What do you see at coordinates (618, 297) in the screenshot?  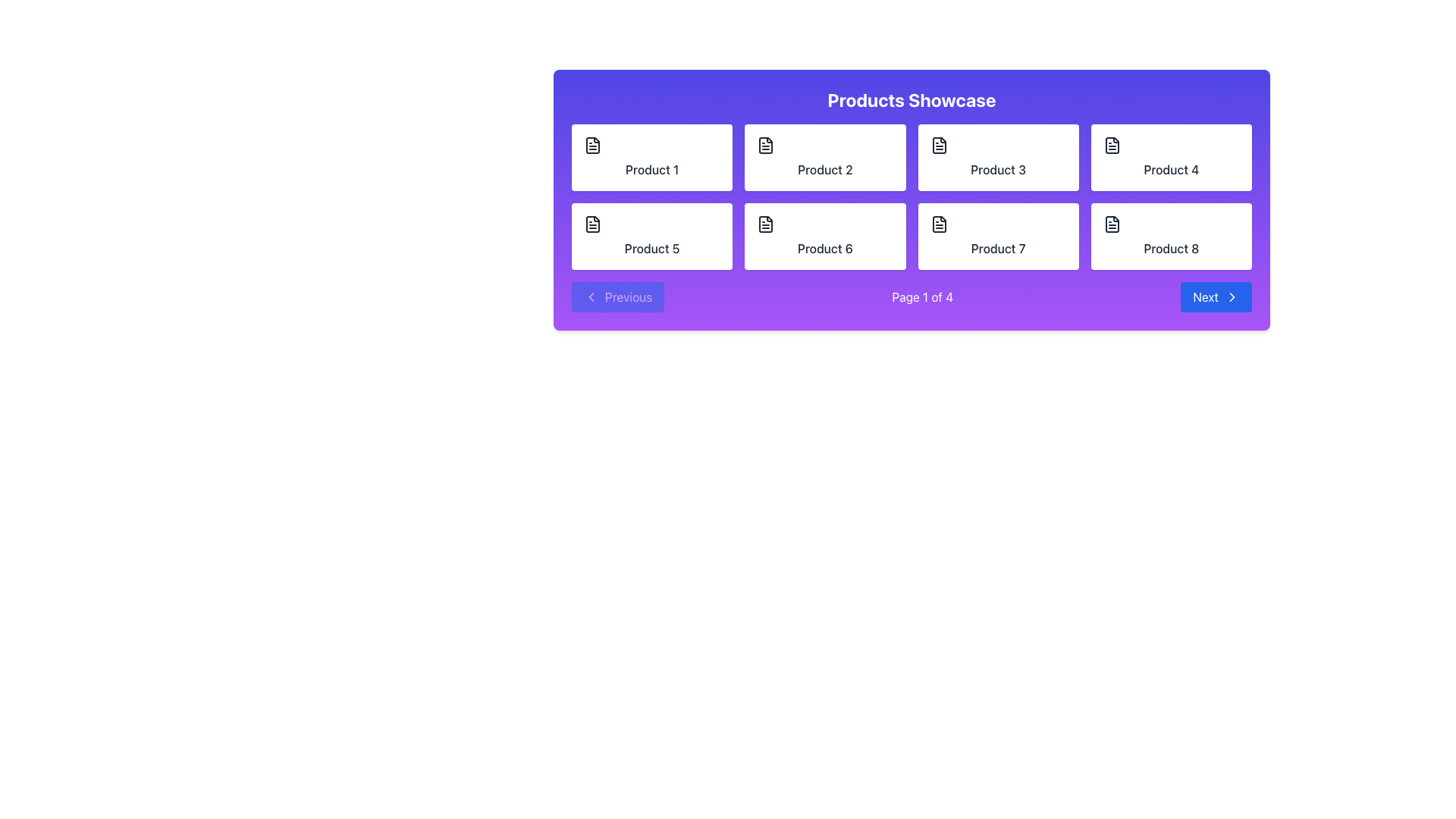 I see `the navigation button on the left side of the navigation bar` at bounding box center [618, 297].